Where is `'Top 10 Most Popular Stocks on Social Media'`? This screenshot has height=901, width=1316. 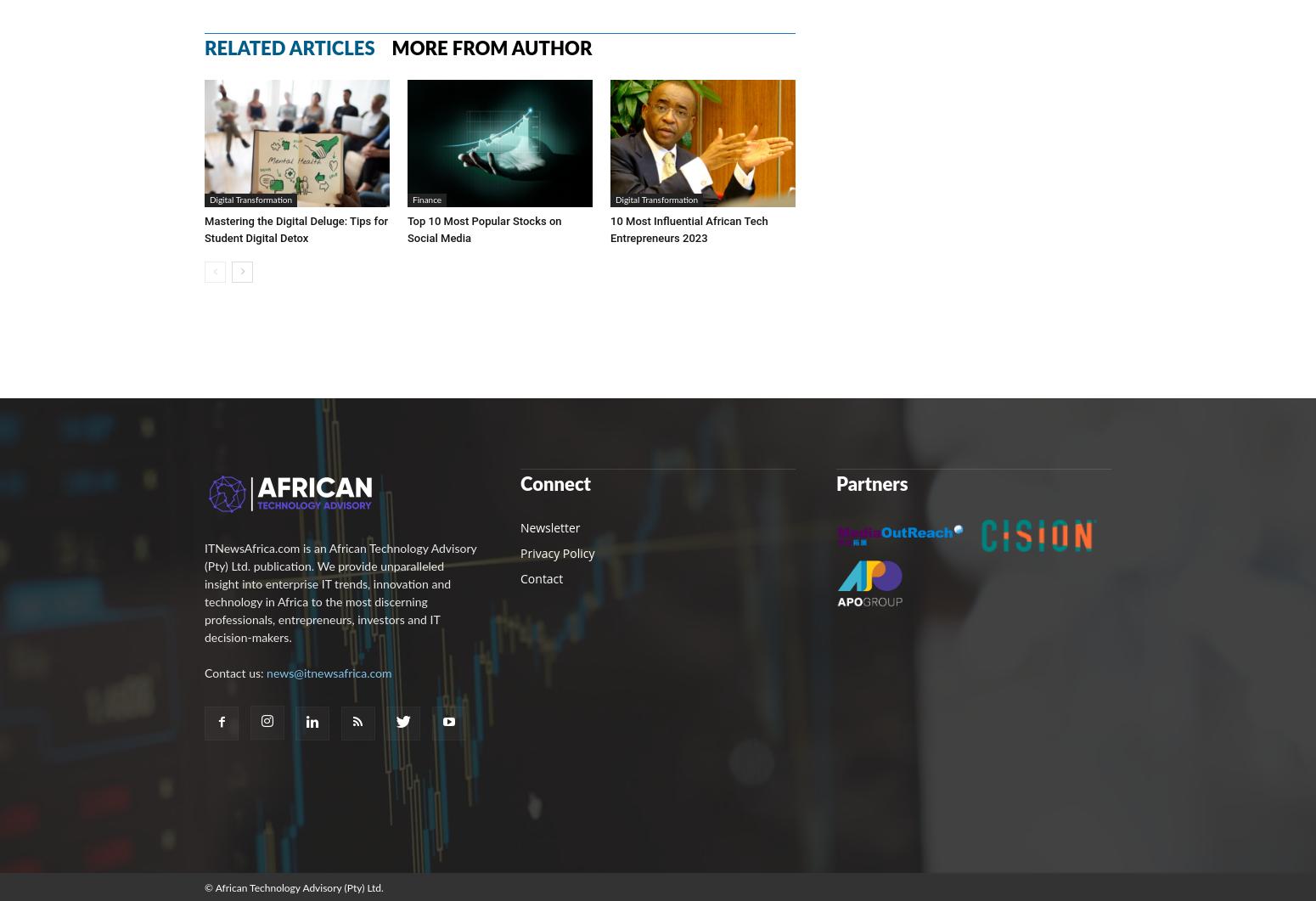 'Top 10 Most Popular Stocks on Social Media' is located at coordinates (484, 228).